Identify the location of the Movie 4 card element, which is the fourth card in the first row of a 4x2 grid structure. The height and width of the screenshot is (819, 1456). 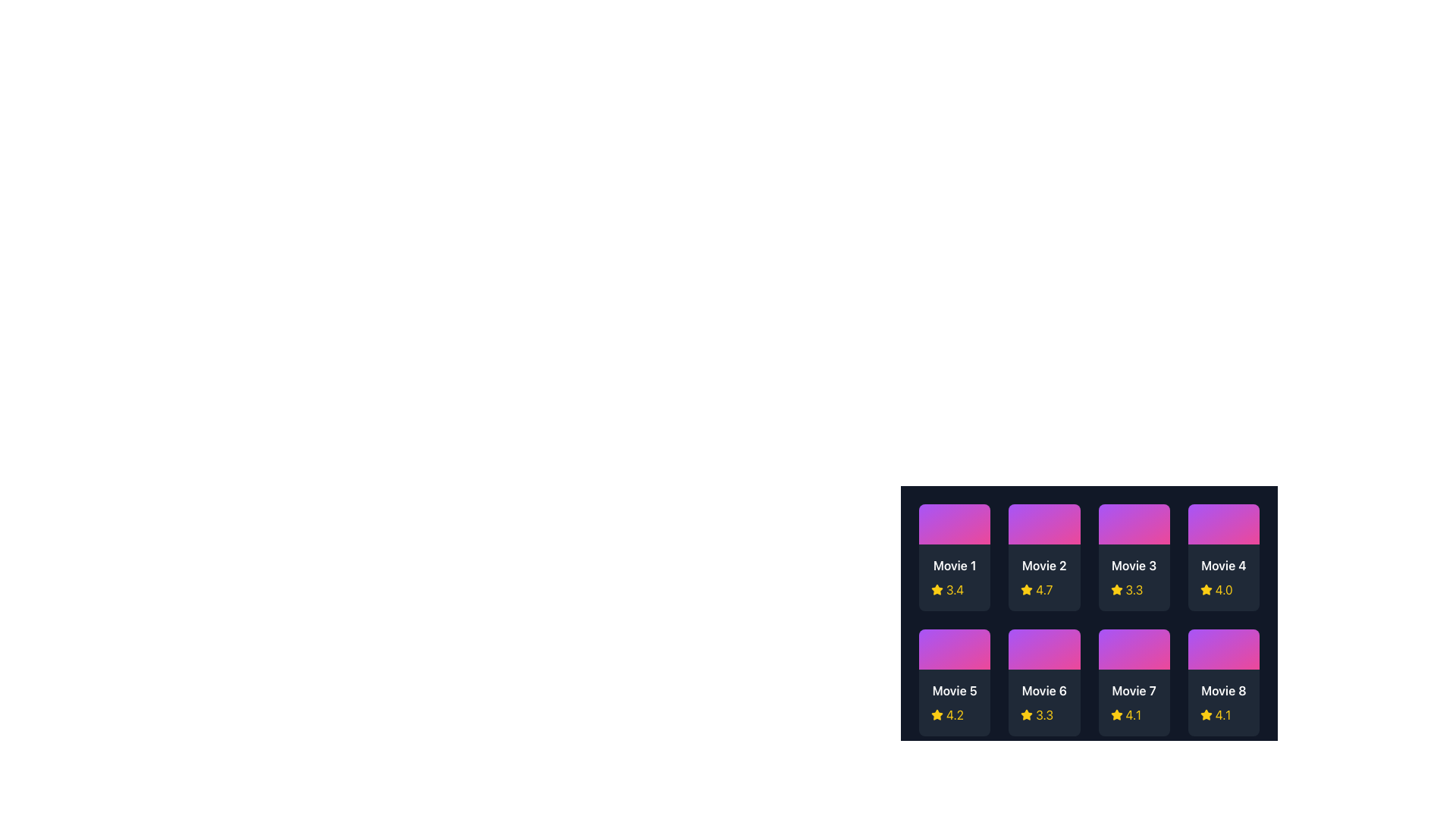
(1223, 557).